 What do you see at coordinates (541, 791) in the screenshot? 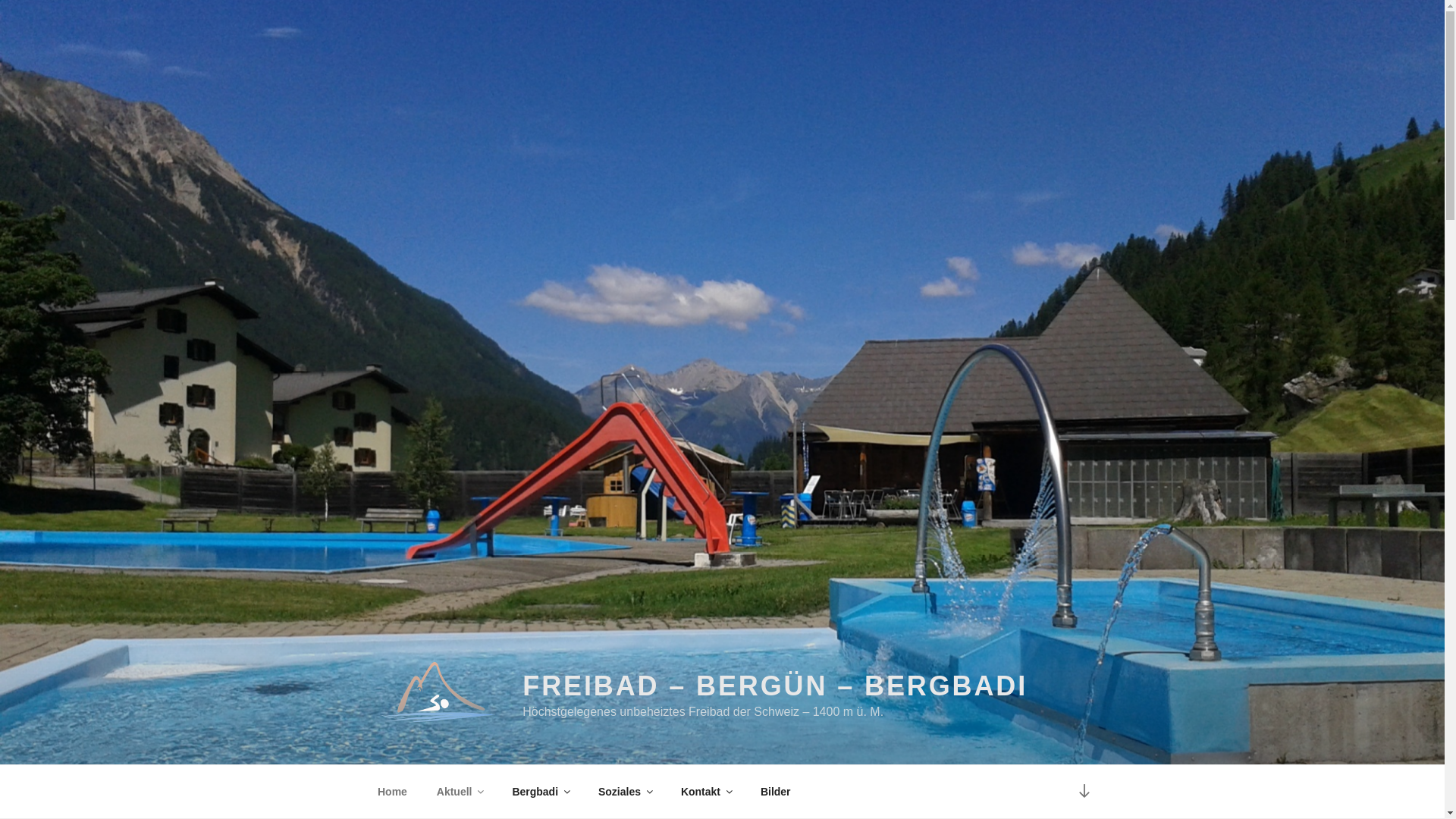
I see `'Bergbadi'` at bounding box center [541, 791].